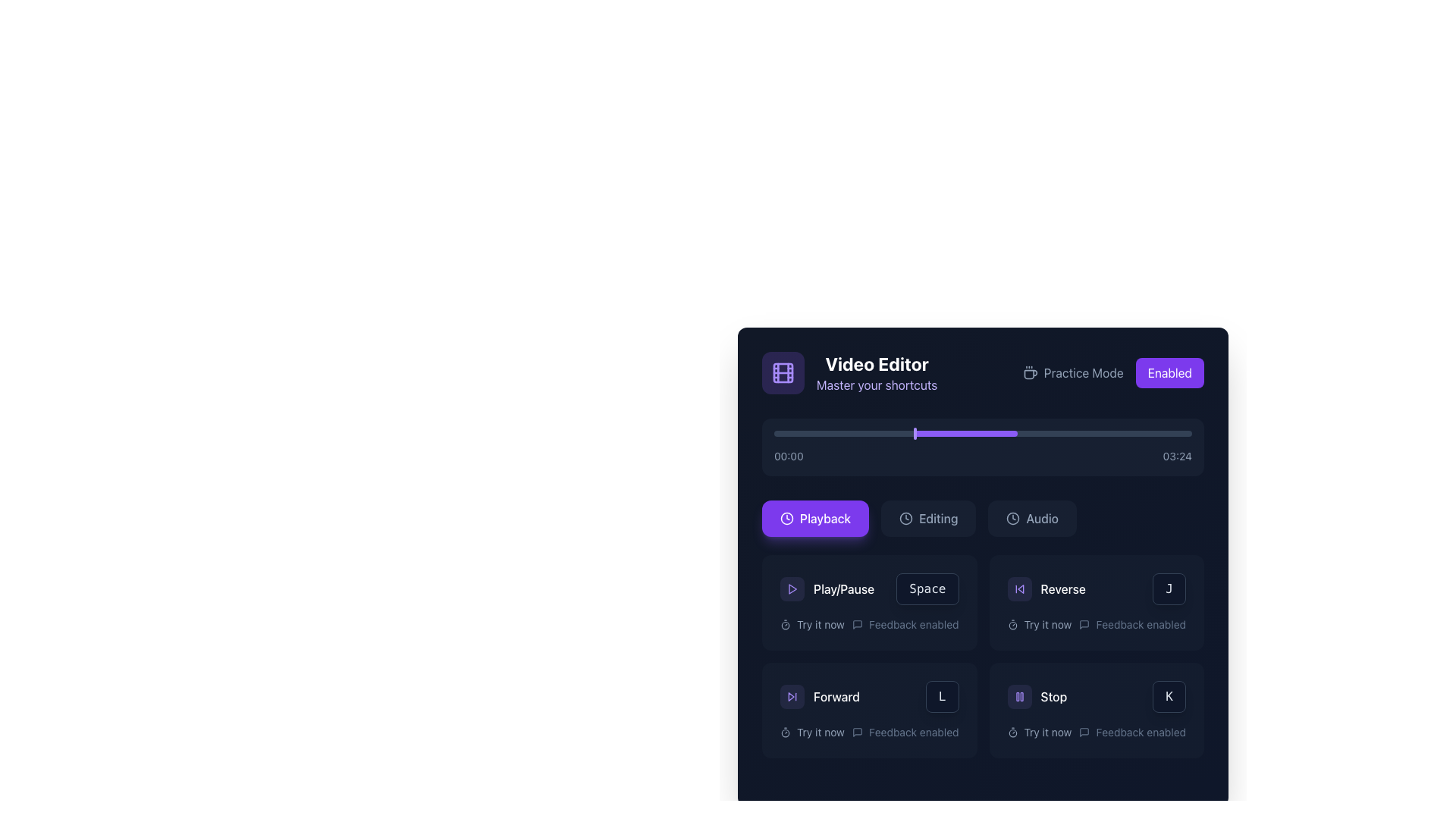 Image resolution: width=1456 pixels, height=819 pixels. What do you see at coordinates (1084, 625) in the screenshot?
I see `the speech bubble icon in the SVG component styled with a thin, rounded outline and slate-gray color located in the top-left corner of the interface's main control panel` at bounding box center [1084, 625].